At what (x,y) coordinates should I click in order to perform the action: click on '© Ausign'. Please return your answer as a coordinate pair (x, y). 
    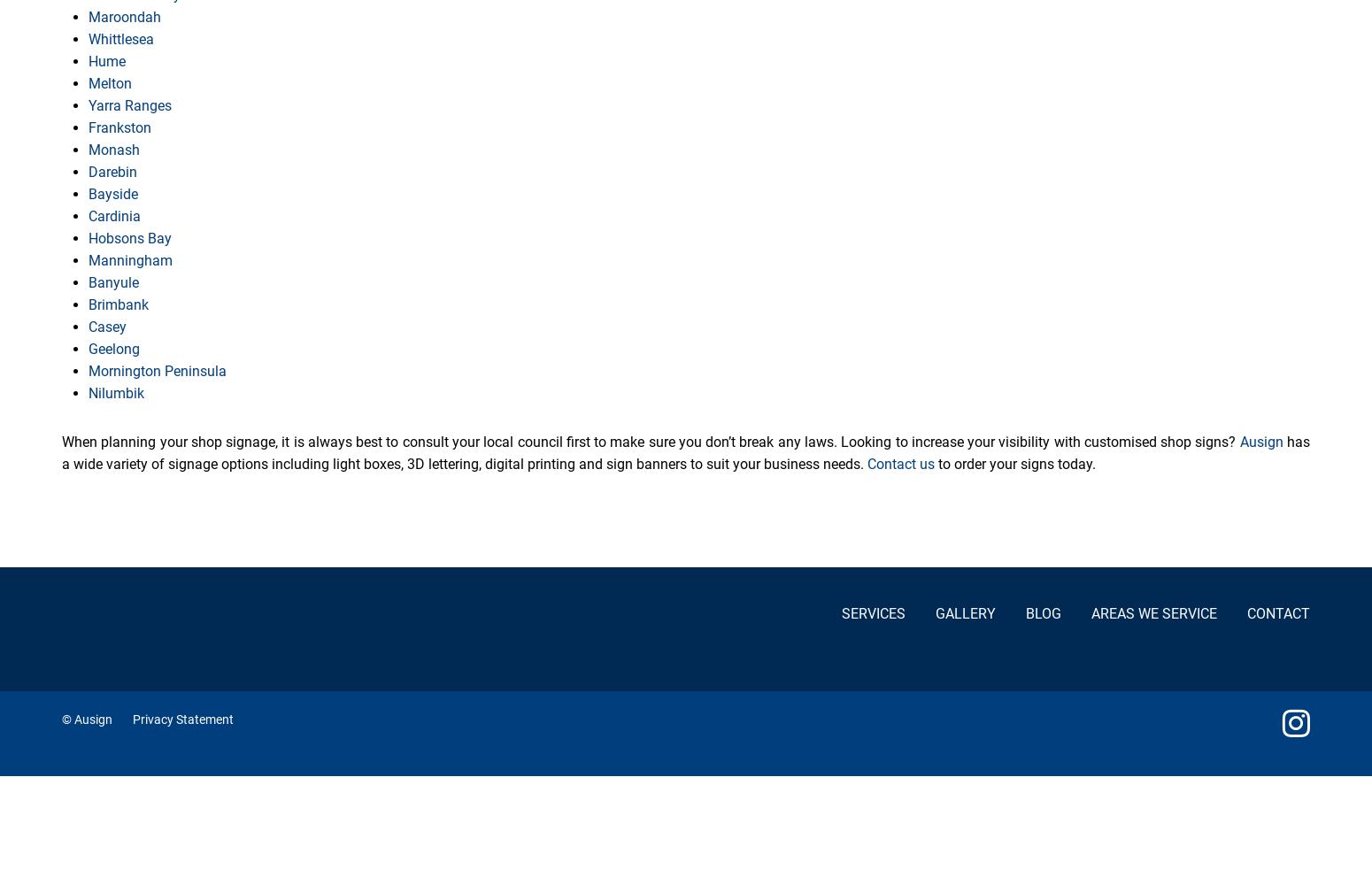
    Looking at the image, I should click on (88, 719).